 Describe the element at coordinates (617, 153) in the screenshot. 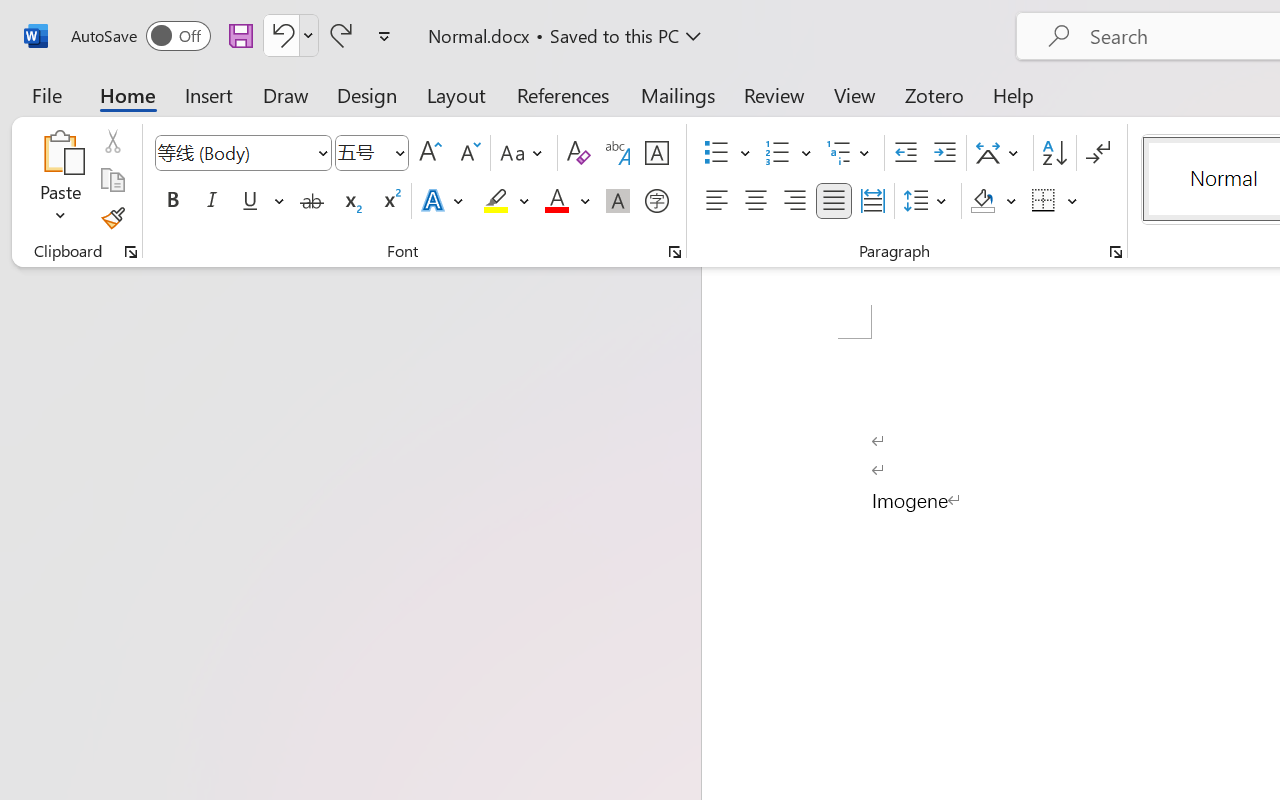

I see `'Phonetic Guide...'` at that location.